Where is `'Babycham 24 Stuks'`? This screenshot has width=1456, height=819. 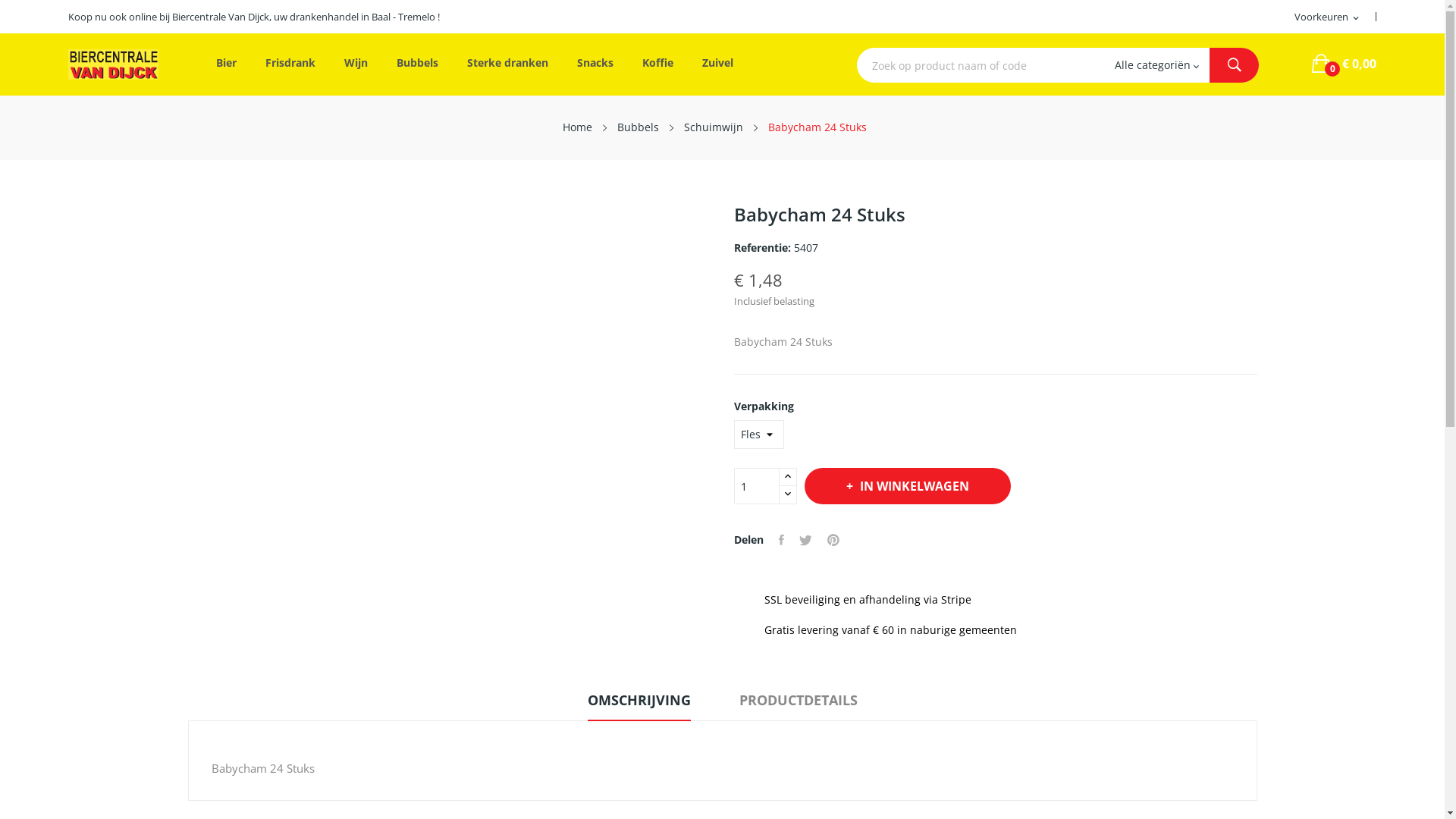 'Babycham 24 Stuks' is located at coordinates (817, 127).